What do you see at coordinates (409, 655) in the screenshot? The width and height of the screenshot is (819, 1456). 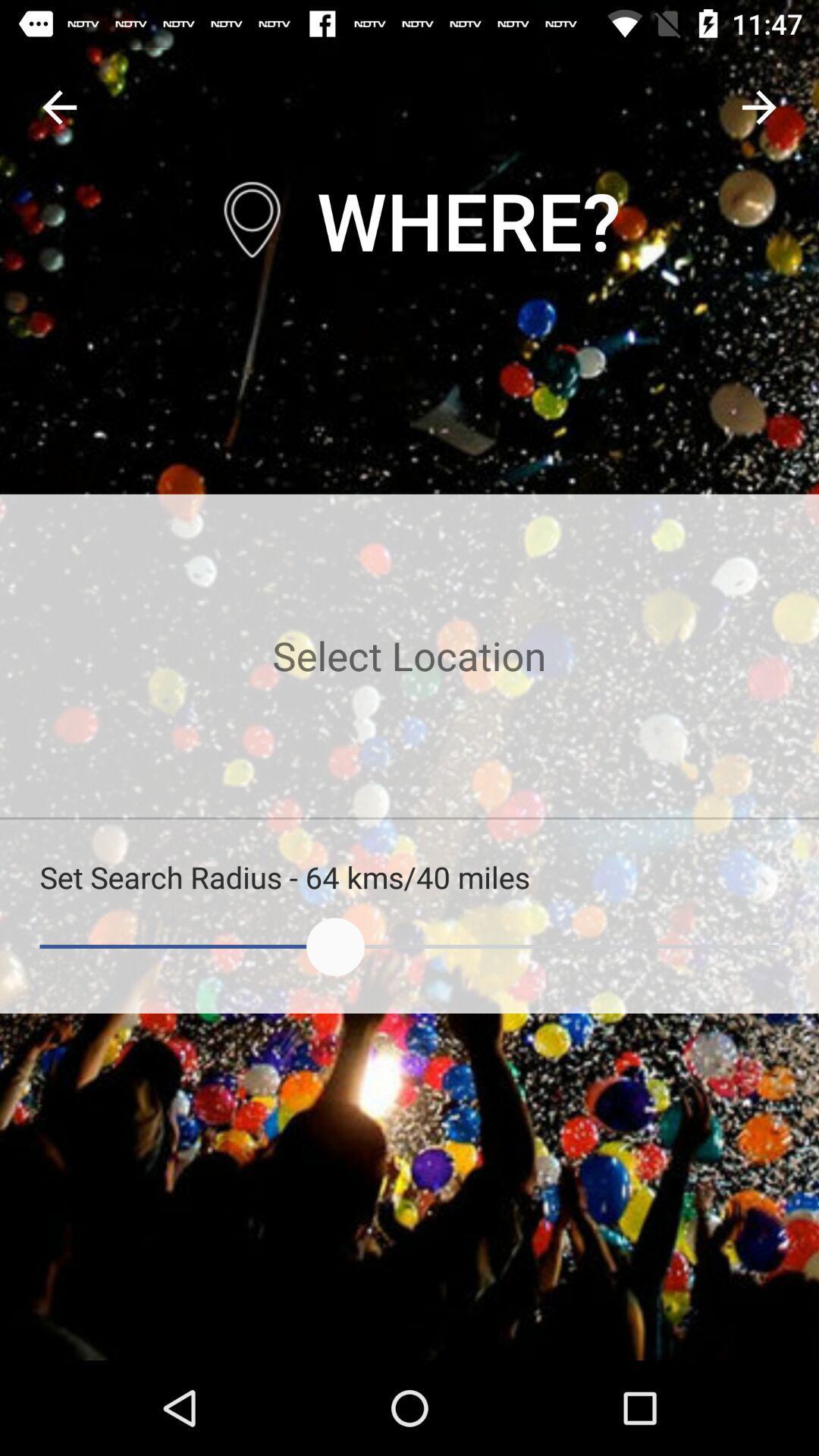 I see `icon below where? icon` at bounding box center [409, 655].